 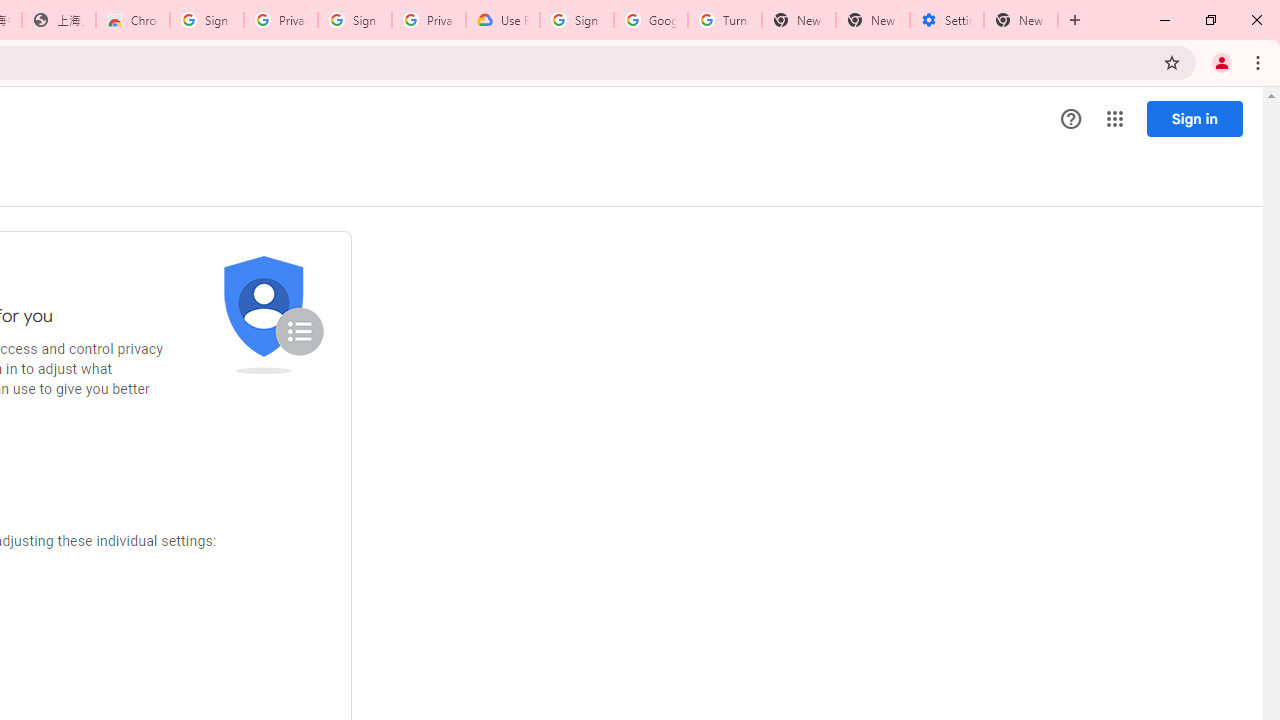 What do you see at coordinates (576, 20) in the screenshot?
I see `'Sign in - Google Accounts'` at bounding box center [576, 20].